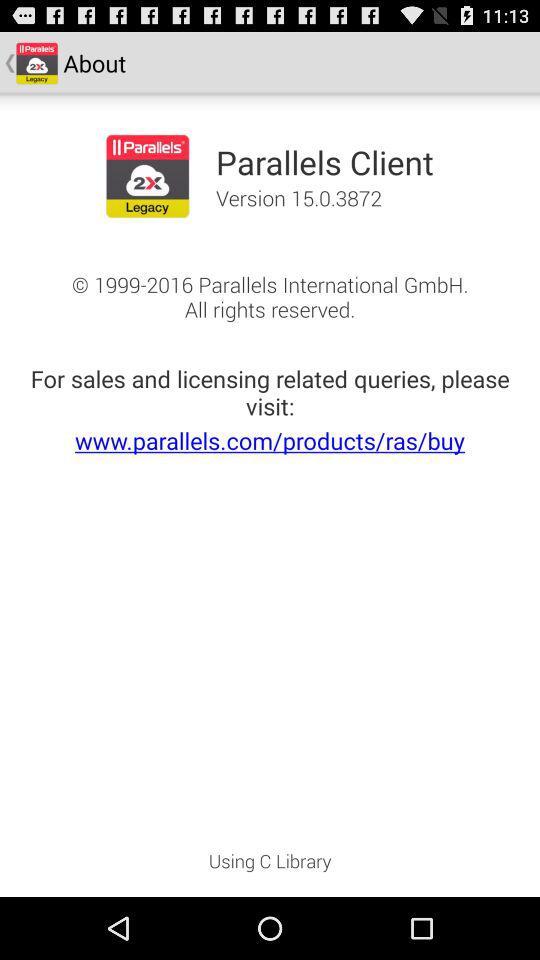  Describe the element at coordinates (270, 866) in the screenshot. I see `using c library icon` at that location.